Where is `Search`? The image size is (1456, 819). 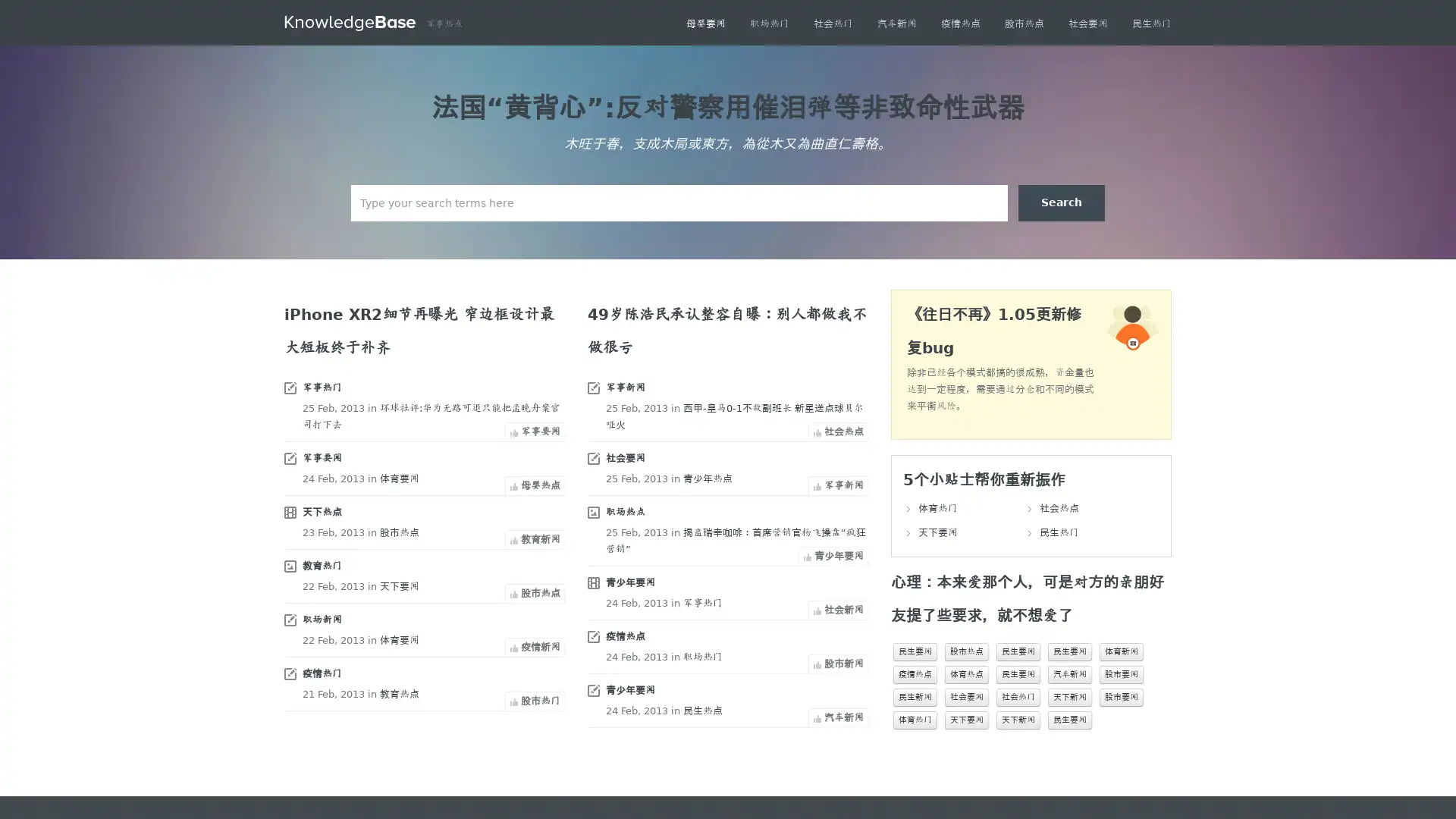 Search is located at coordinates (1061, 202).